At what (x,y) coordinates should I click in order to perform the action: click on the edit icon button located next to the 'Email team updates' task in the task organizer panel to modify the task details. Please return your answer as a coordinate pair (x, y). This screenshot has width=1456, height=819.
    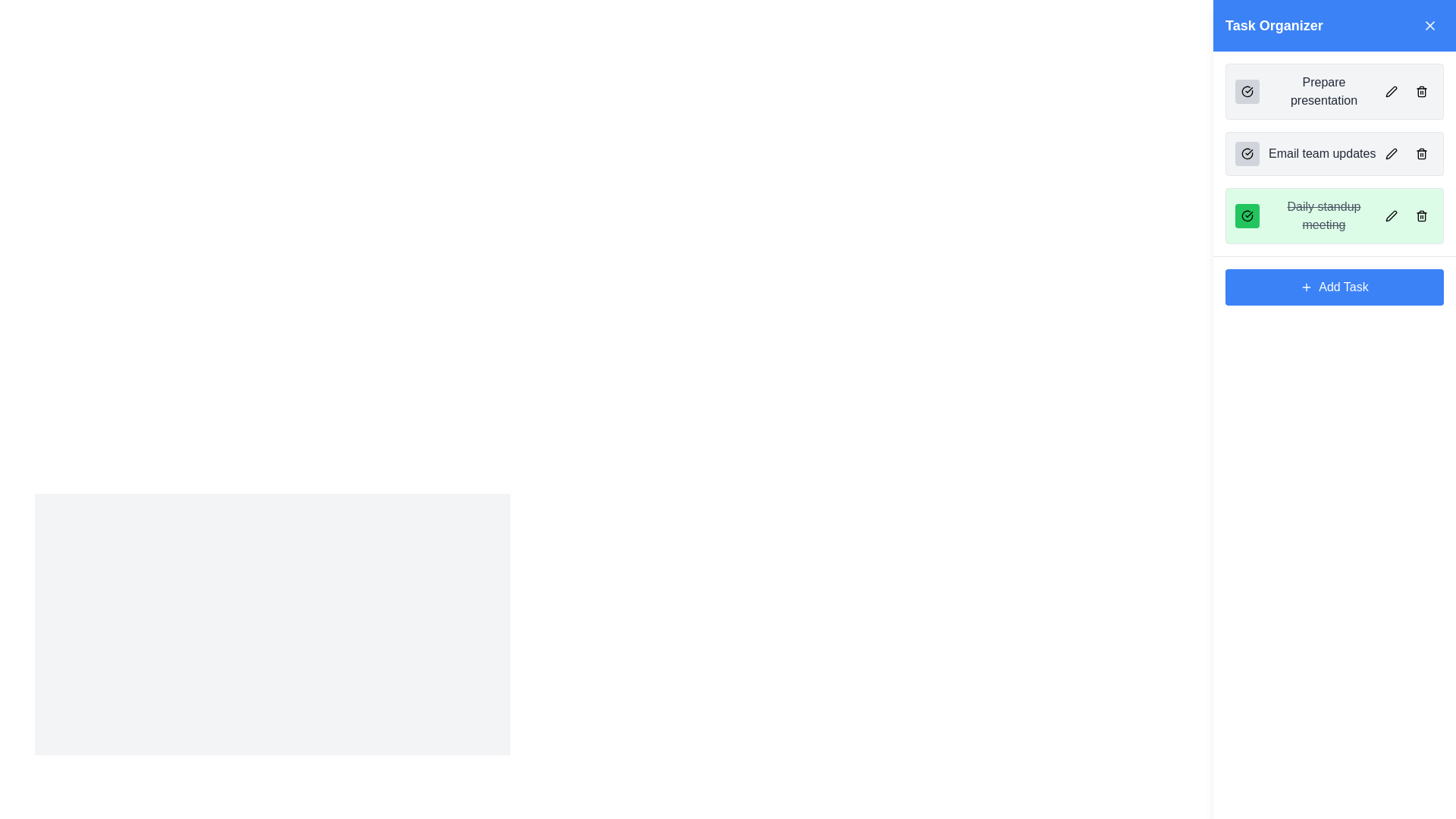
    Looking at the image, I should click on (1391, 152).